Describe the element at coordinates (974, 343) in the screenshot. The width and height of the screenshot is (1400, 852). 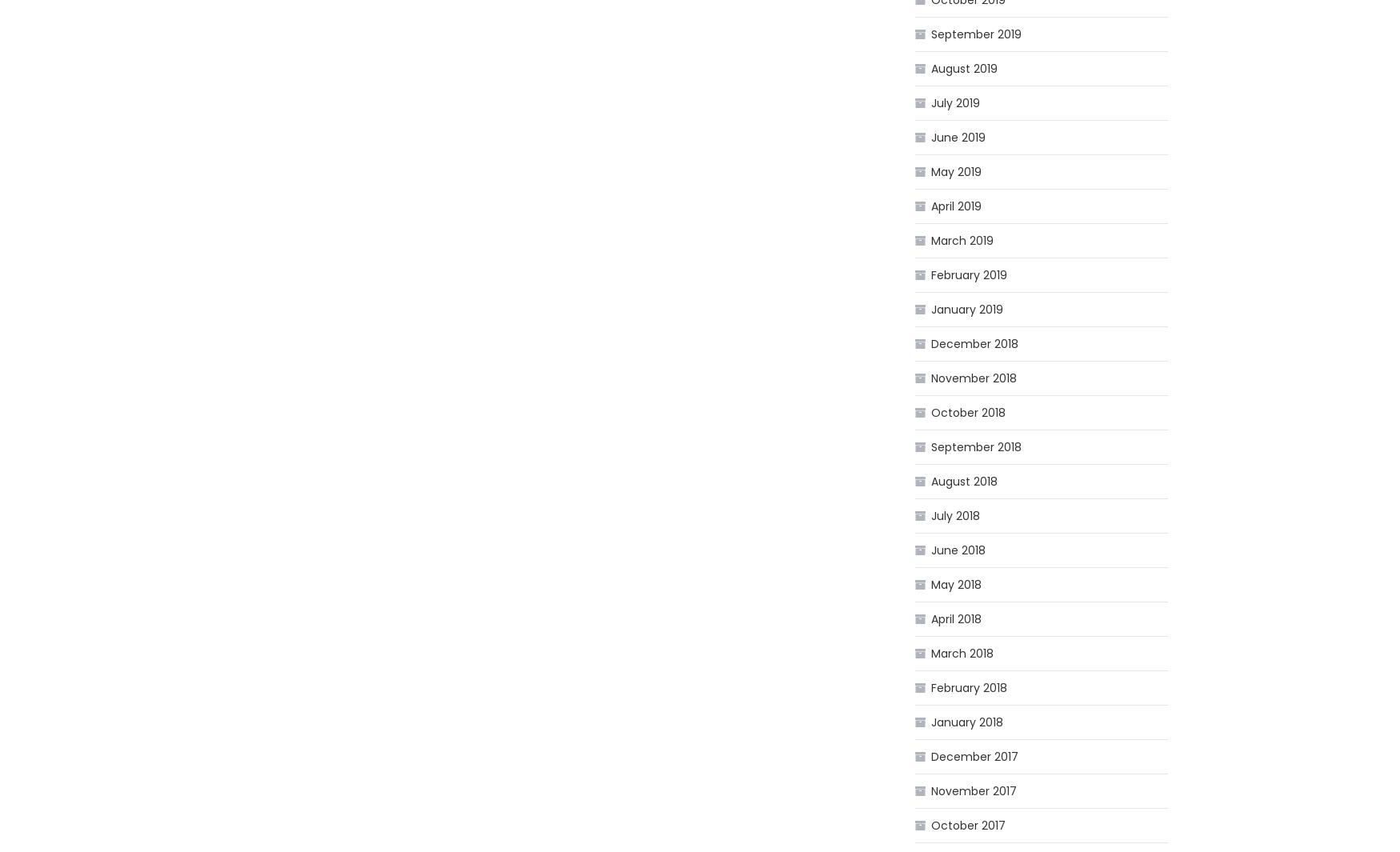
I see `'December 2018'` at that location.